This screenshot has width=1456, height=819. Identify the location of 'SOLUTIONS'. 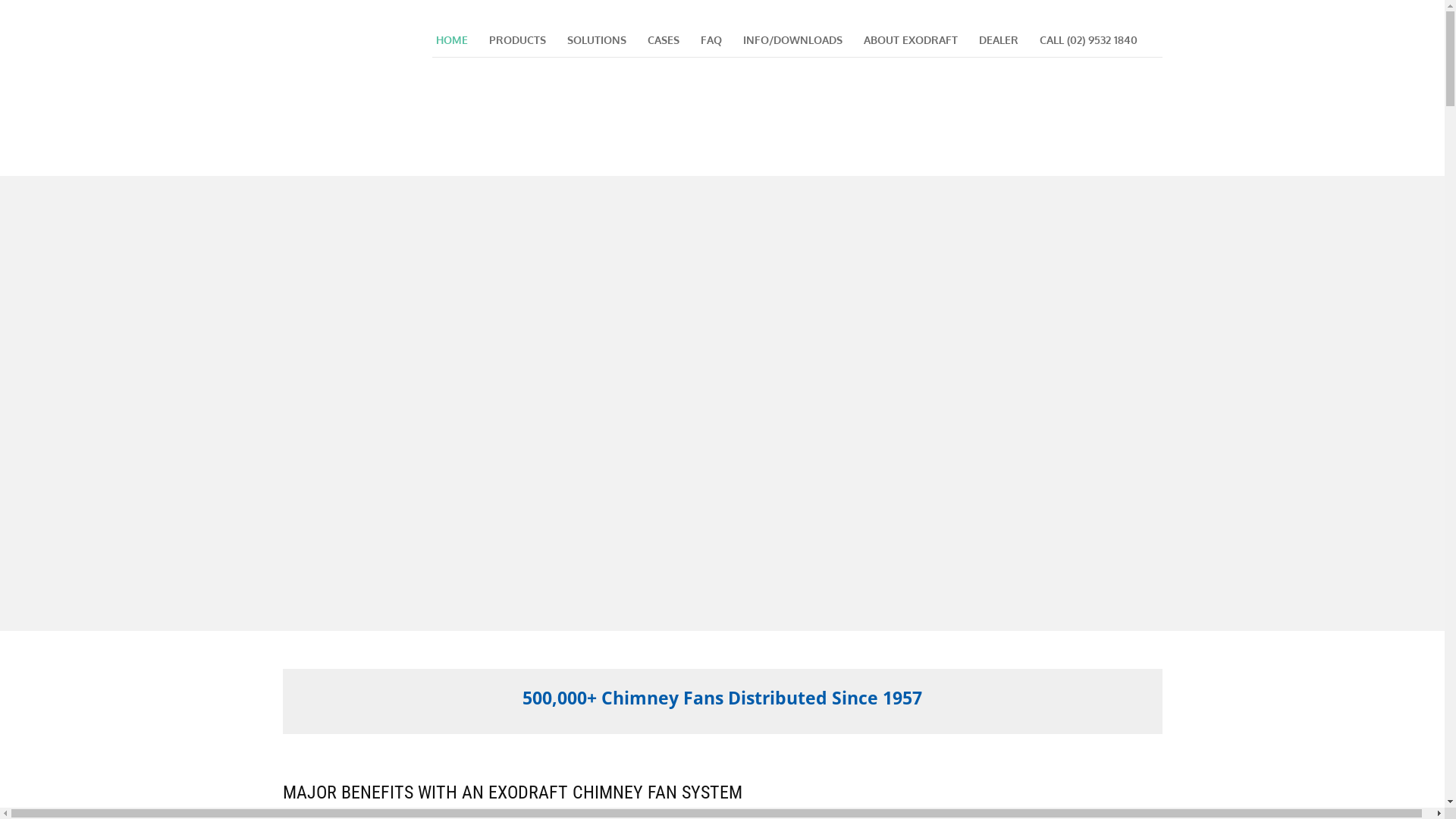
(595, 39).